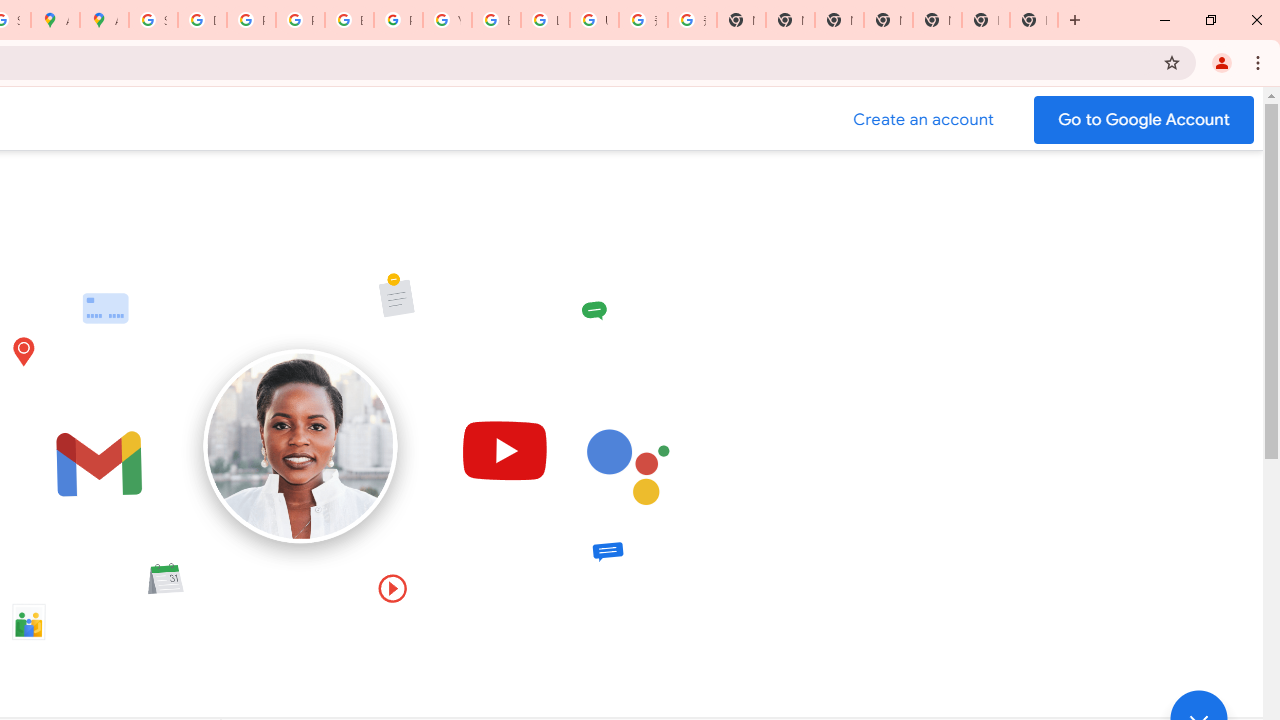  I want to click on 'YouTube', so click(446, 20).